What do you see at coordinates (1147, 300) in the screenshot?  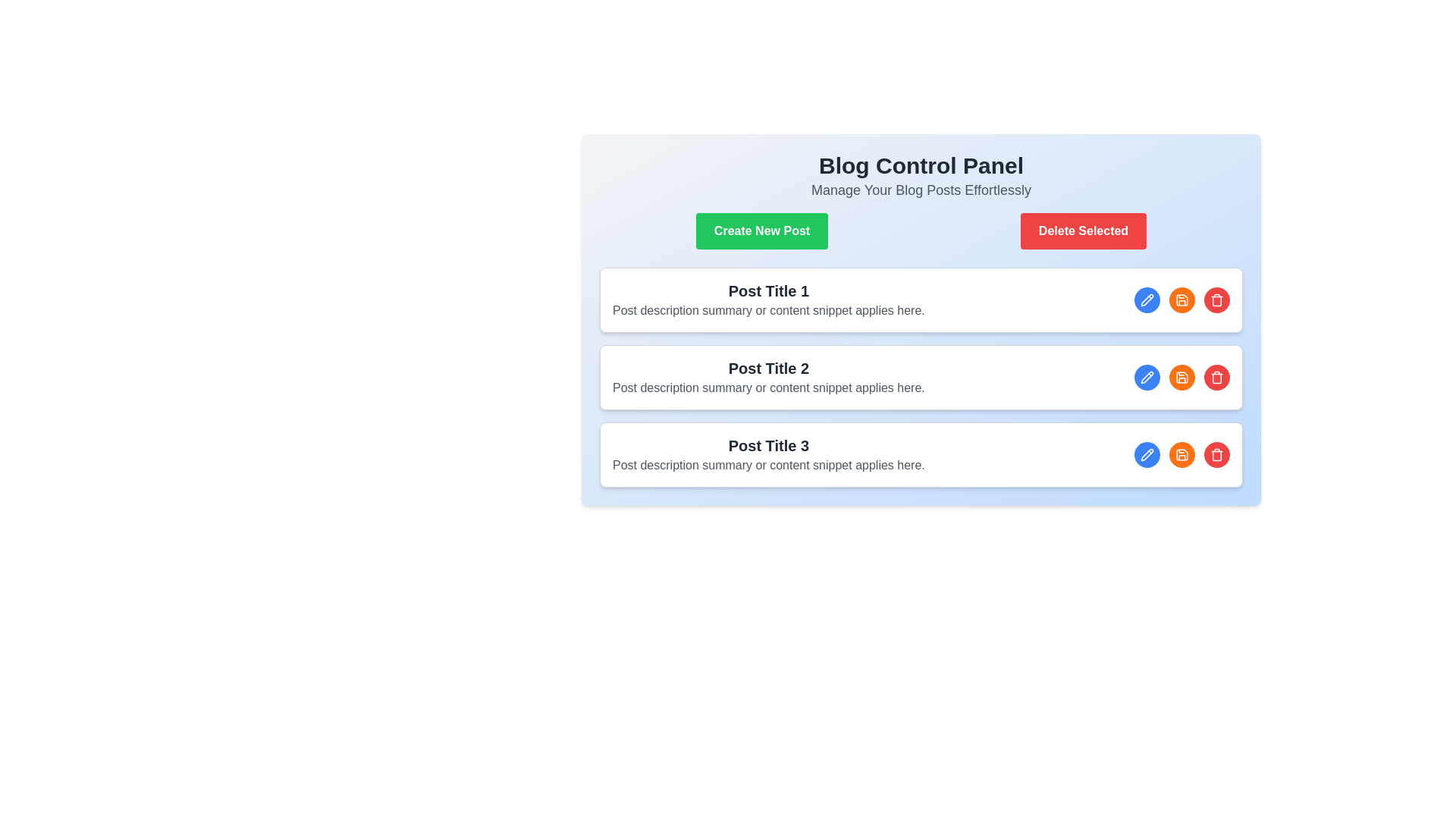 I see `the pencil icon button within the blue circular button, located in the second list item of the blog post actions` at bounding box center [1147, 300].